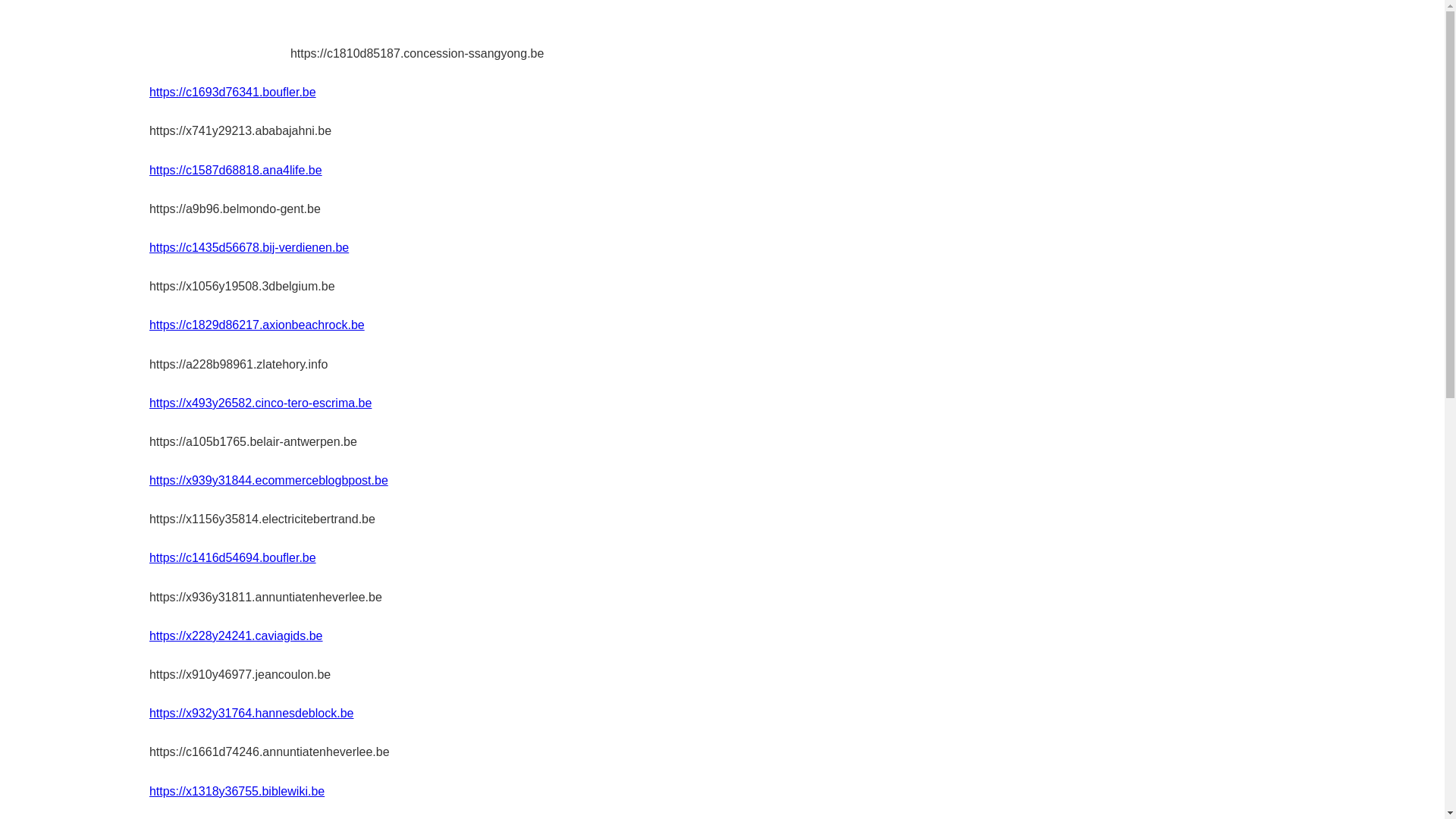  What do you see at coordinates (260, 402) in the screenshot?
I see `'https://x493y26582.cinco-tero-escrima.be'` at bounding box center [260, 402].